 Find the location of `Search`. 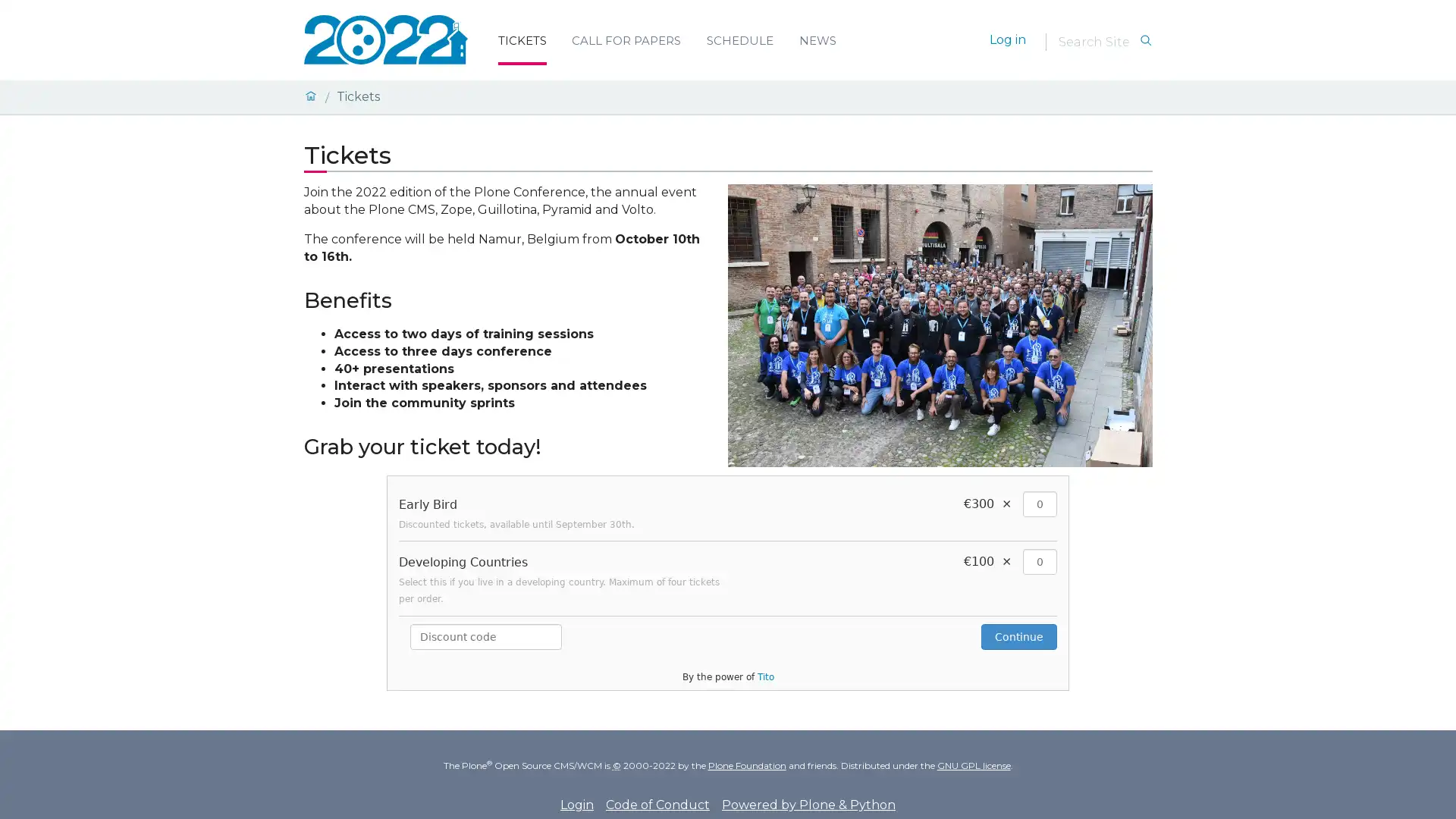

Search is located at coordinates (1145, 40).